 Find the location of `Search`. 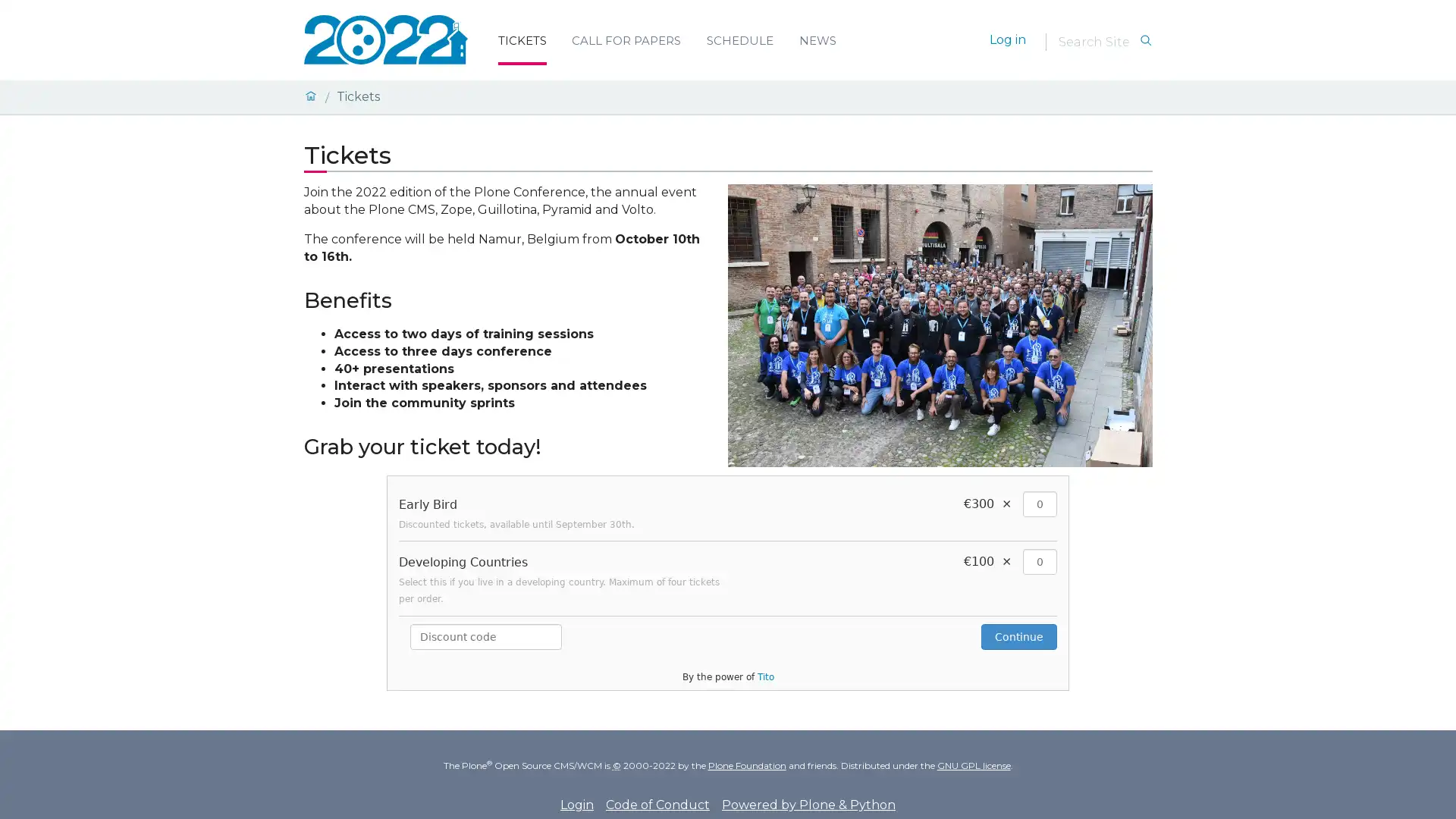

Search is located at coordinates (1145, 40).